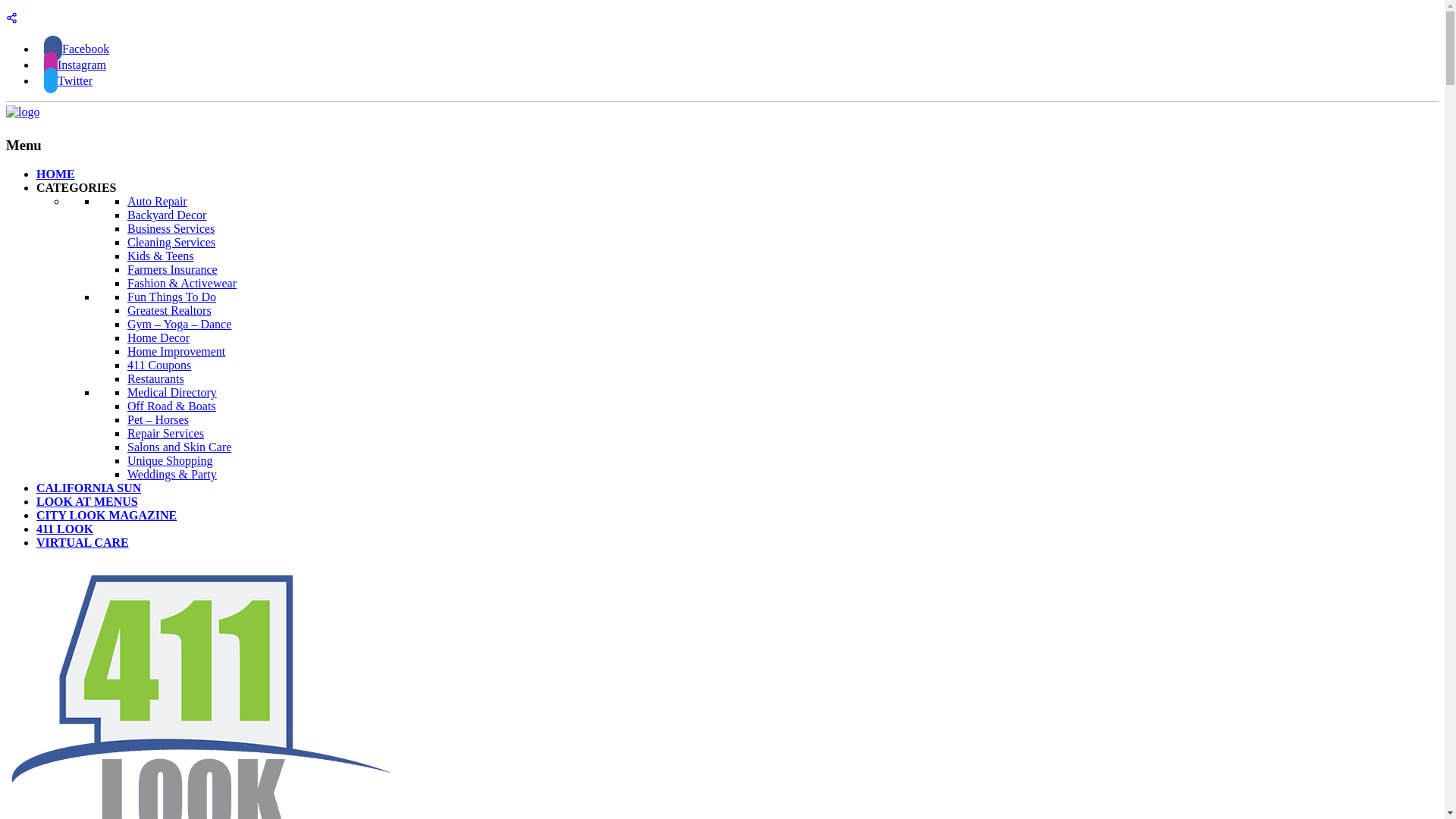 This screenshot has width=1456, height=819. I want to click on 'Cleaning Services', so click(171, 241).